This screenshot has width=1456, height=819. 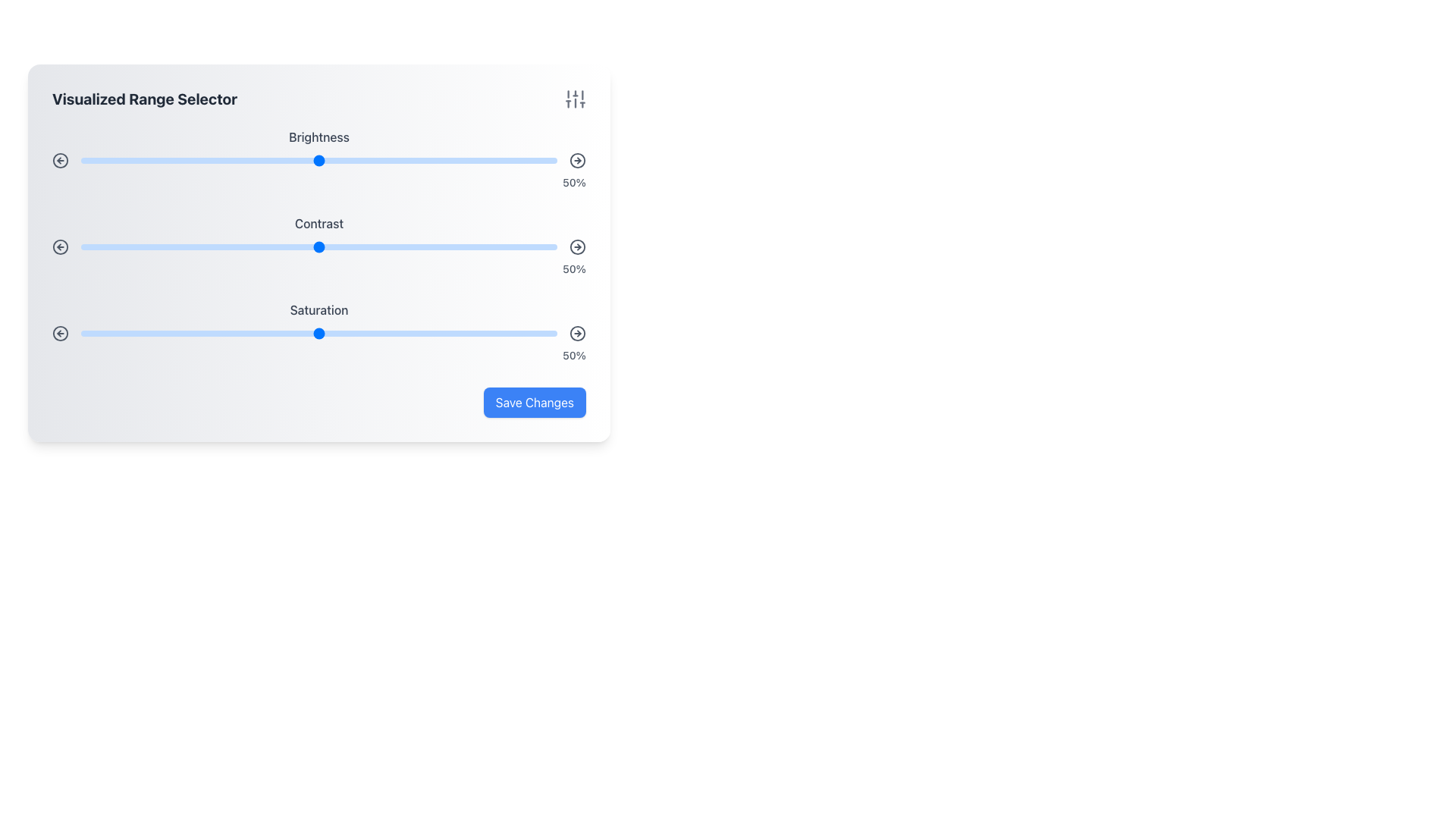 What do you see at coordinates (276, 332) in the screenshot?
I see `the slider value` at bounding box center [276, 332].